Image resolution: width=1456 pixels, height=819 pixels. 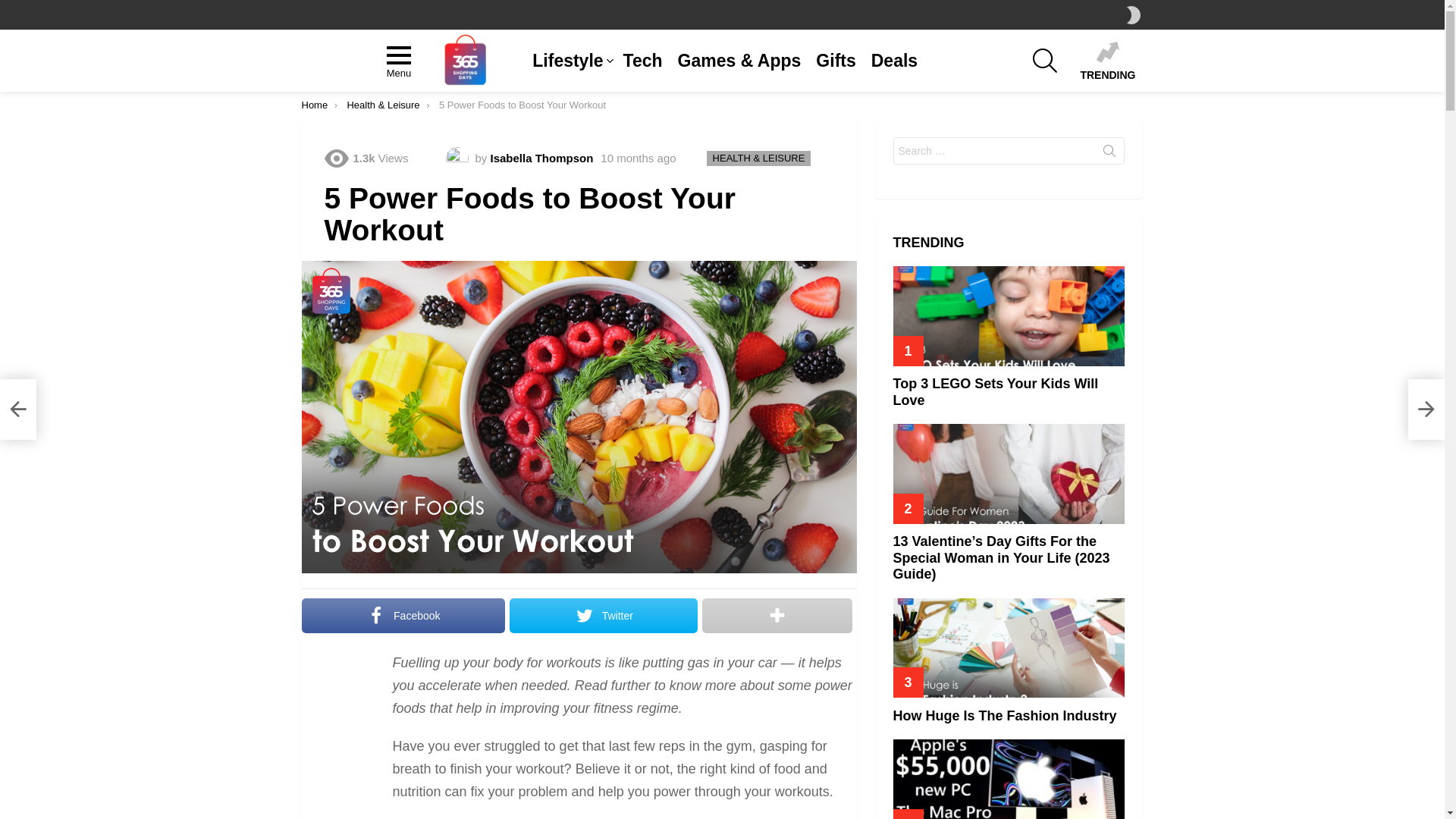 What do you see at coordinates (1107, 60) in the screenshot?
I see `'TRENDING'` at bounding box center [1107, 60].